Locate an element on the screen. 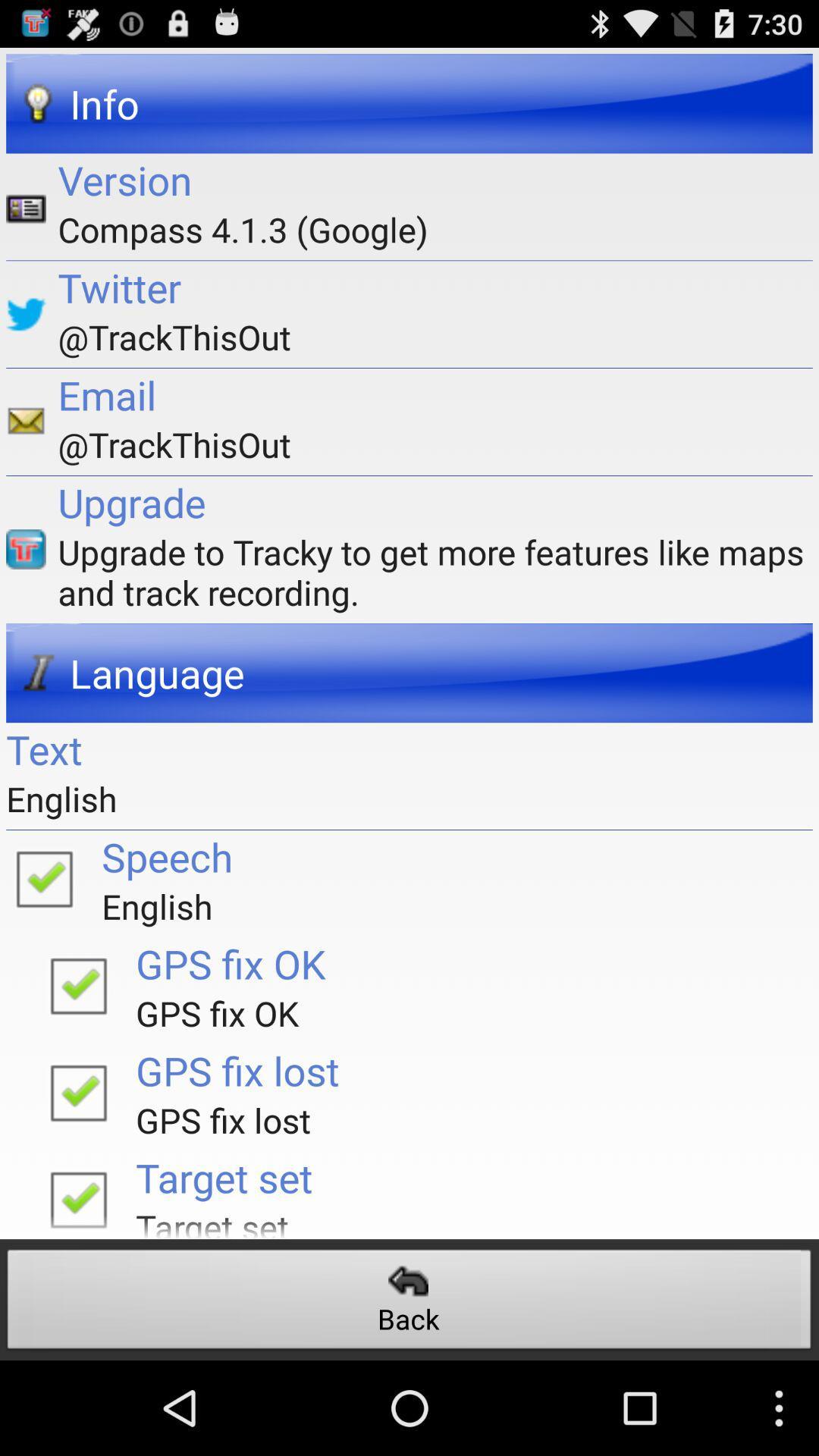 The width and height of the screenshot is (819, 1456). the icon at the bottom is located at coordinates (409, 1303).